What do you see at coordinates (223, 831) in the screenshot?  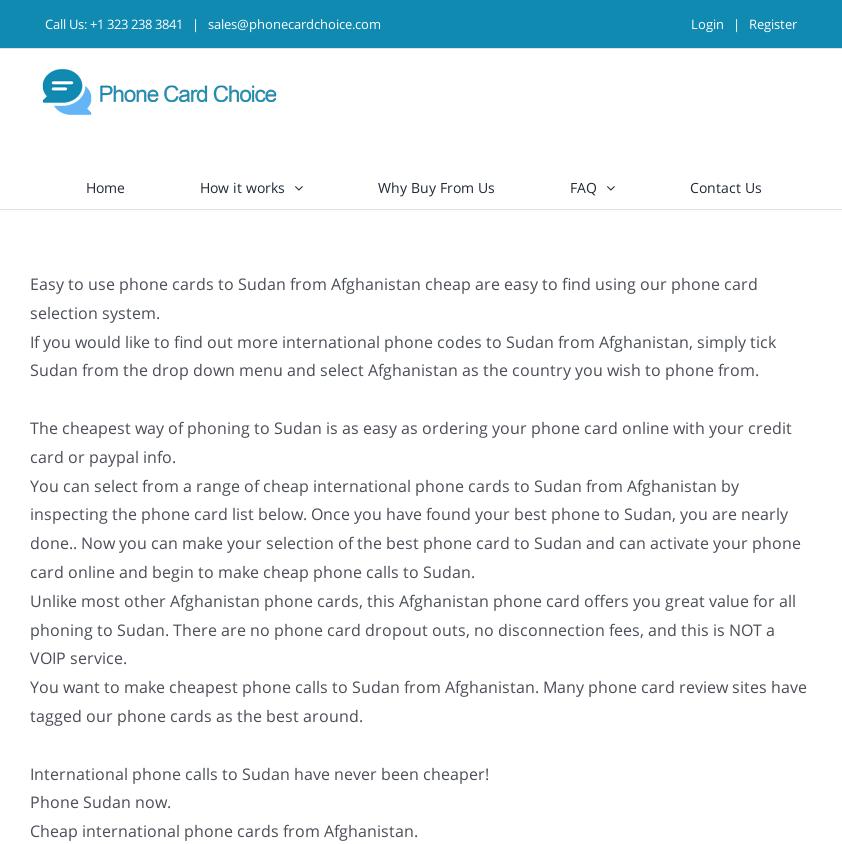 I see `'Cheap international phone cards from Afghanistan.'` at bounding box center [223, 831].